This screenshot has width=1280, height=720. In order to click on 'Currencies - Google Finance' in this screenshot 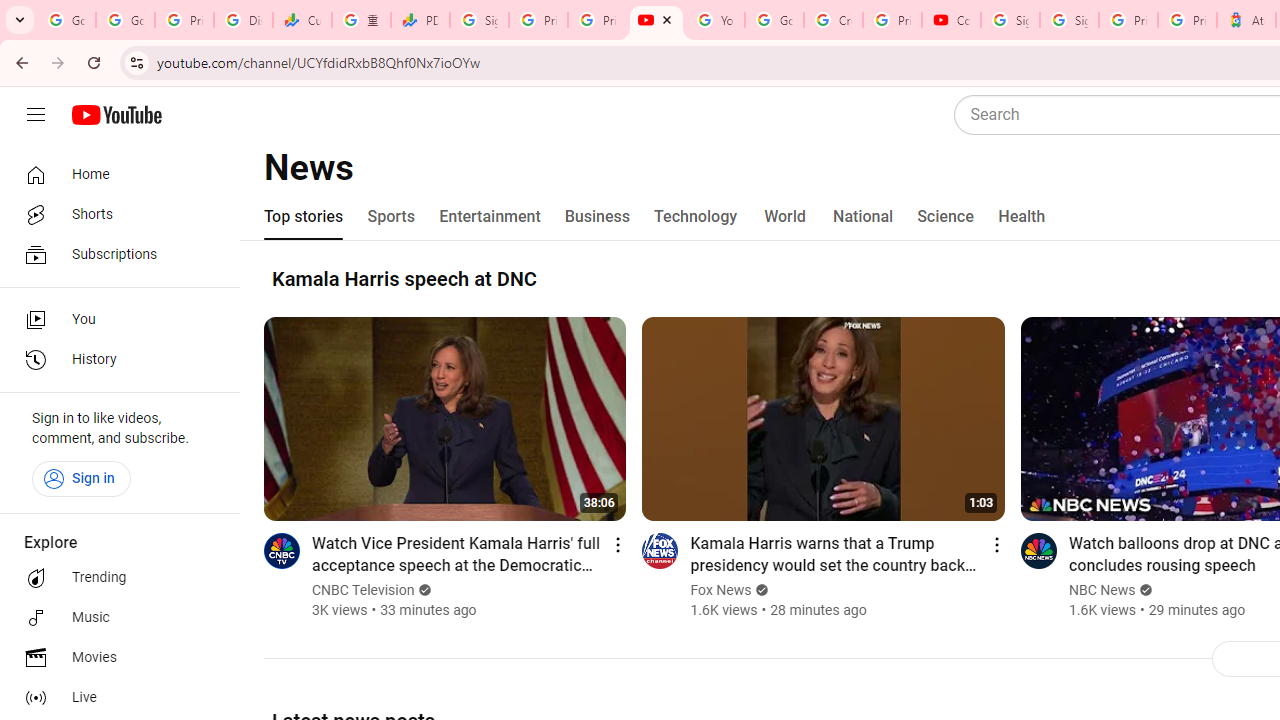, I will do `click(301, 20)`.